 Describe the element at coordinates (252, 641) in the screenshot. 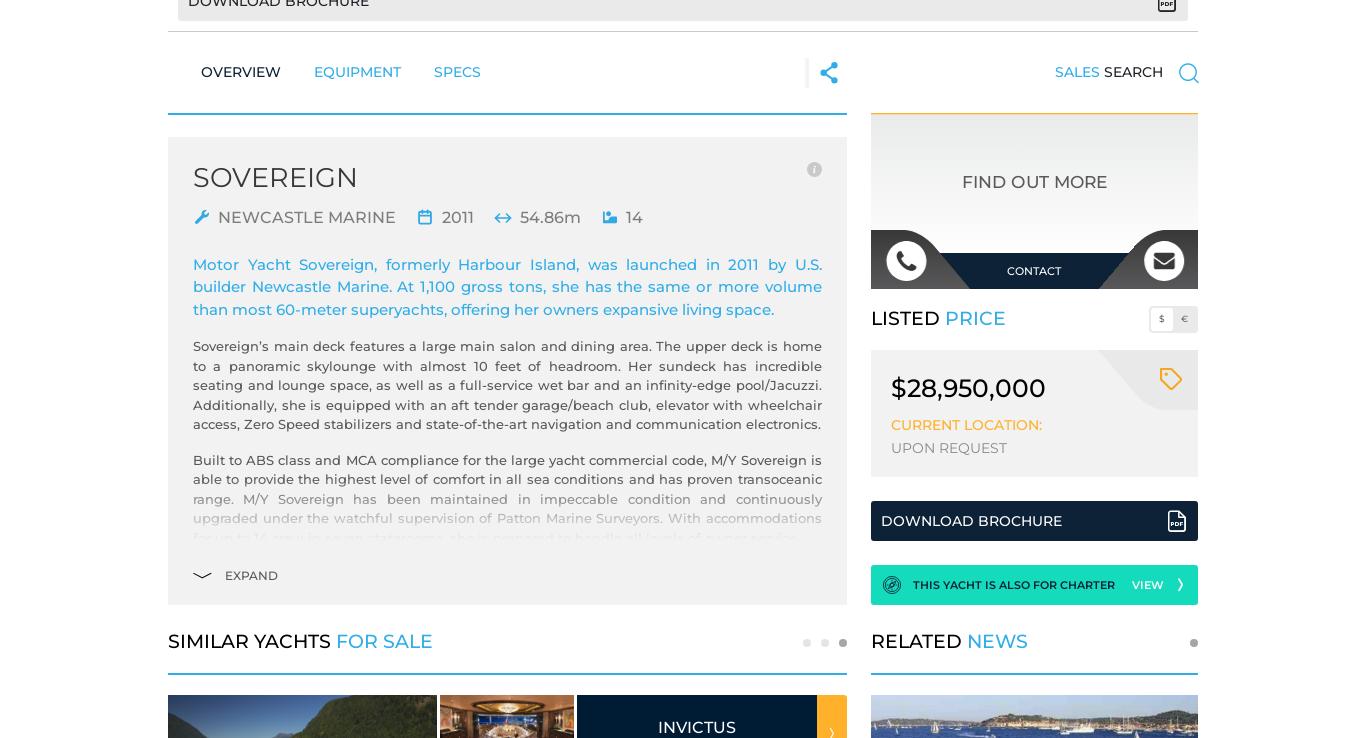

I see `'Similar 
          yachts'` at that location.